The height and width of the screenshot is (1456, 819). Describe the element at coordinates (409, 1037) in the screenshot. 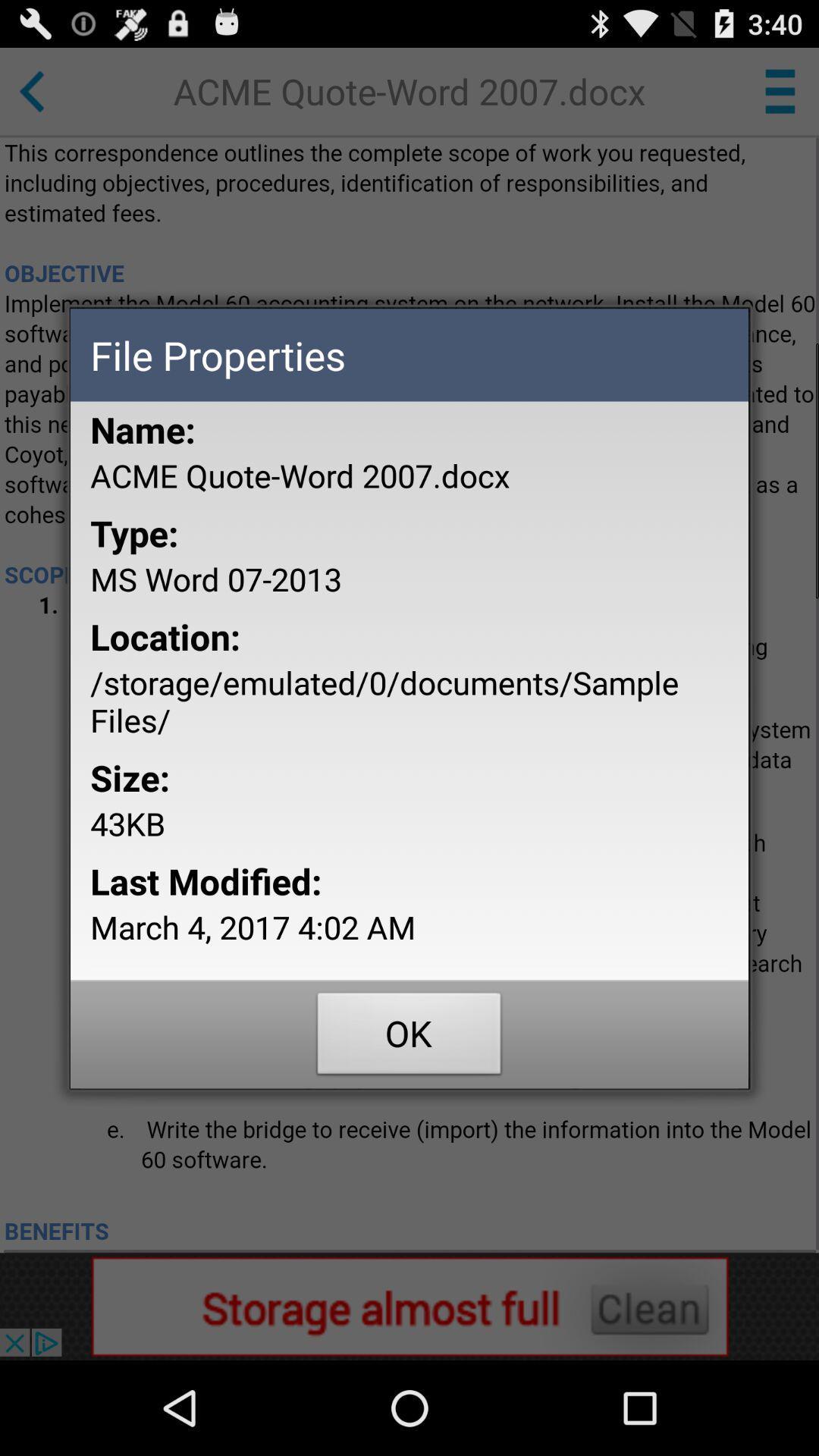

I see `ok icon` at that location.